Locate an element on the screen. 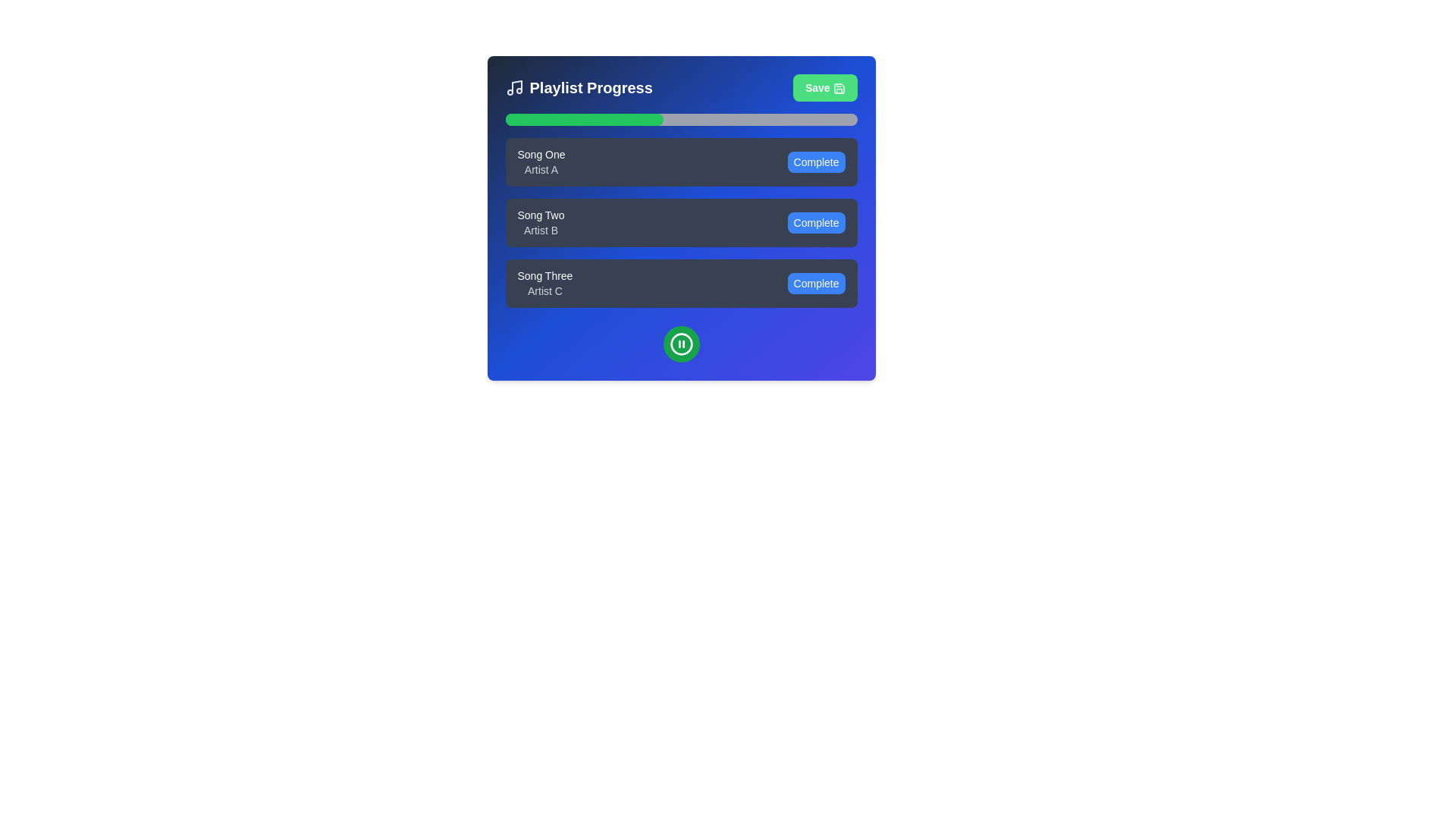  text displayed as 'Song Three' and 'Artist C' in the third entry of the 'Playlist Progress' section, which is styled with a medium font weight and gray tone respectively is located at coordinates (545, 284).